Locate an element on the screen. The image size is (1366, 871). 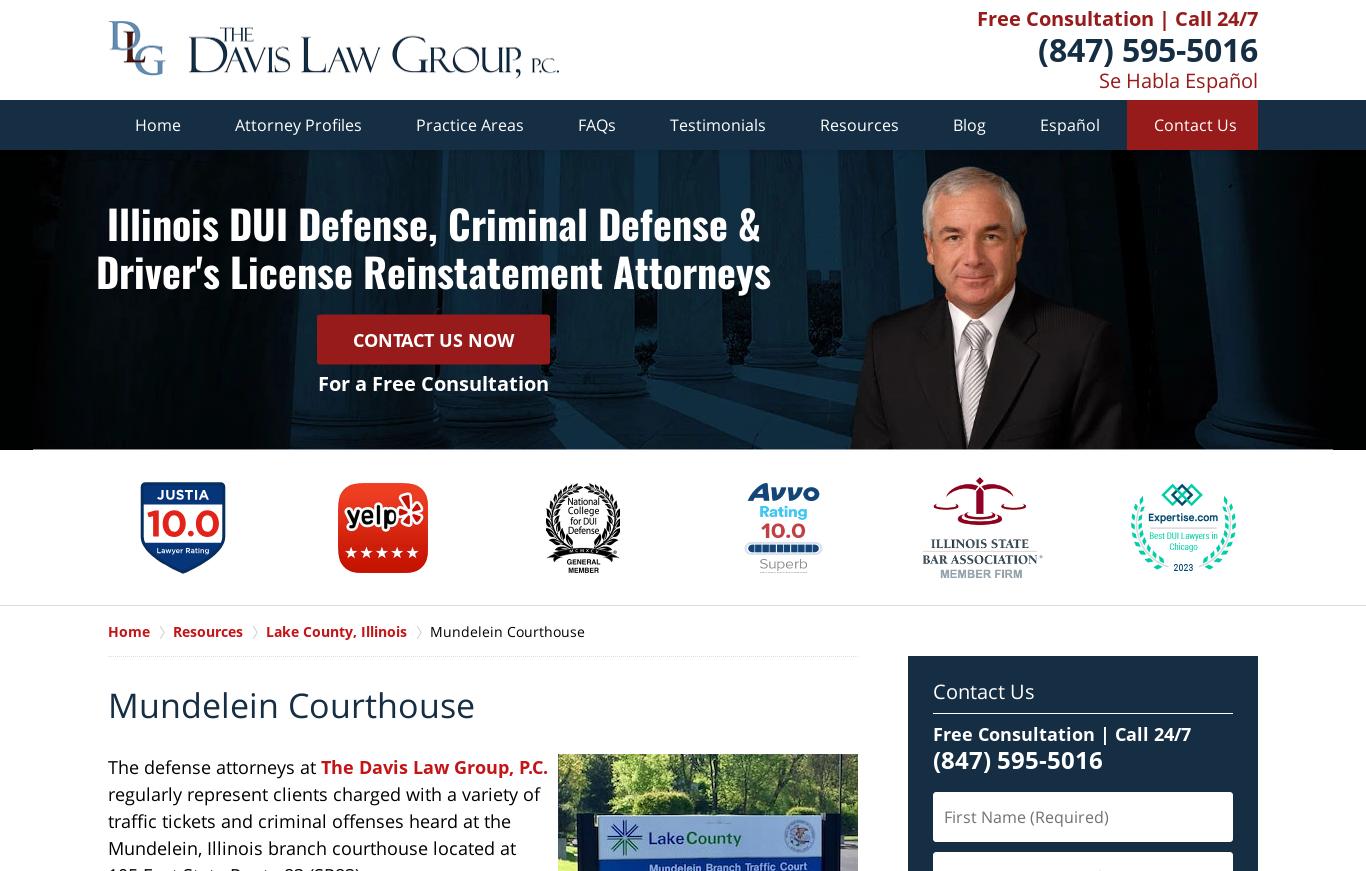
'Testimonials' is located at coordinates (717, 123).